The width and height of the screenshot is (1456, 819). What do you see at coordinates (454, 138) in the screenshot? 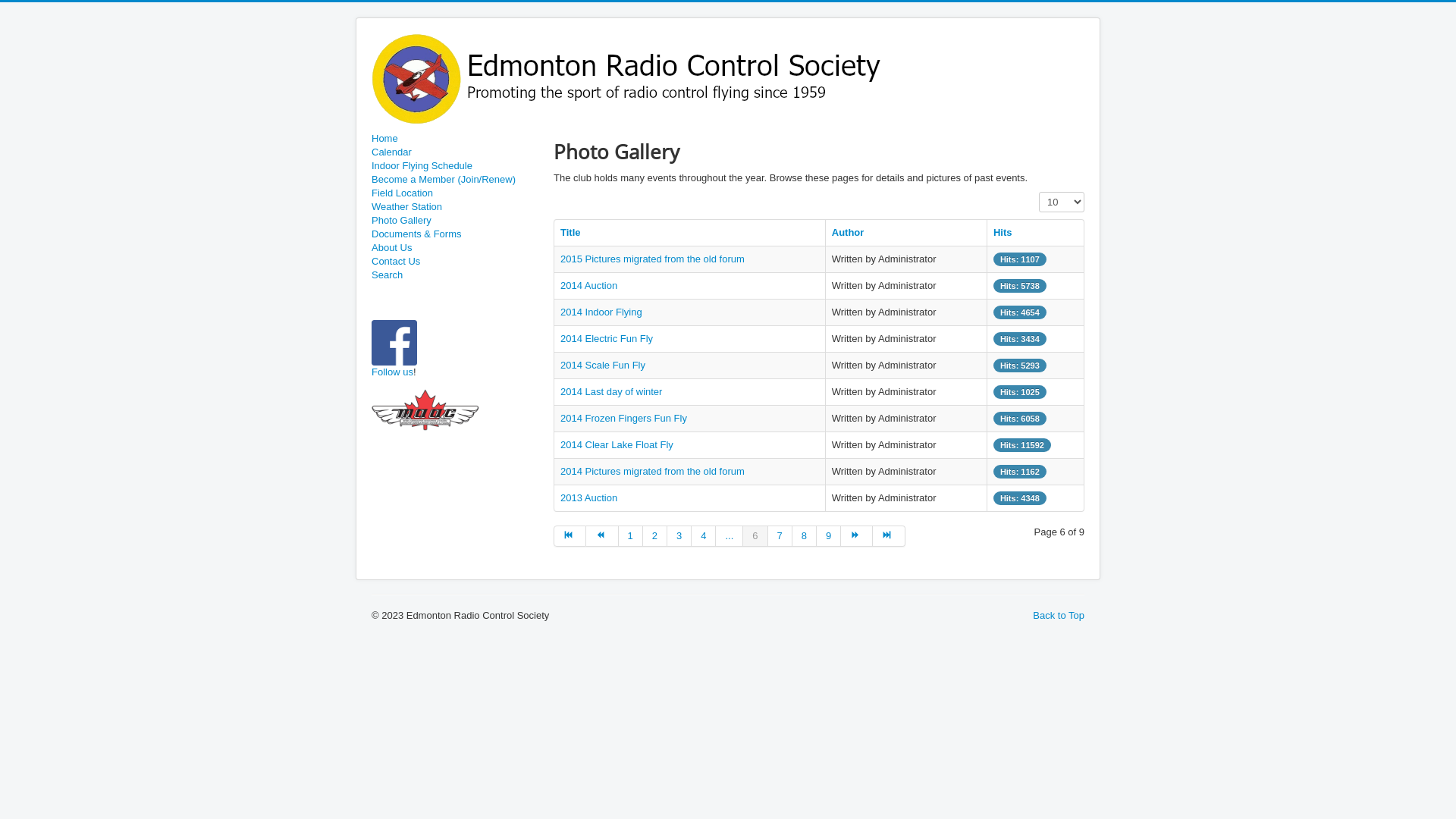
I see `'Home'` at bounding box center [454, 138].